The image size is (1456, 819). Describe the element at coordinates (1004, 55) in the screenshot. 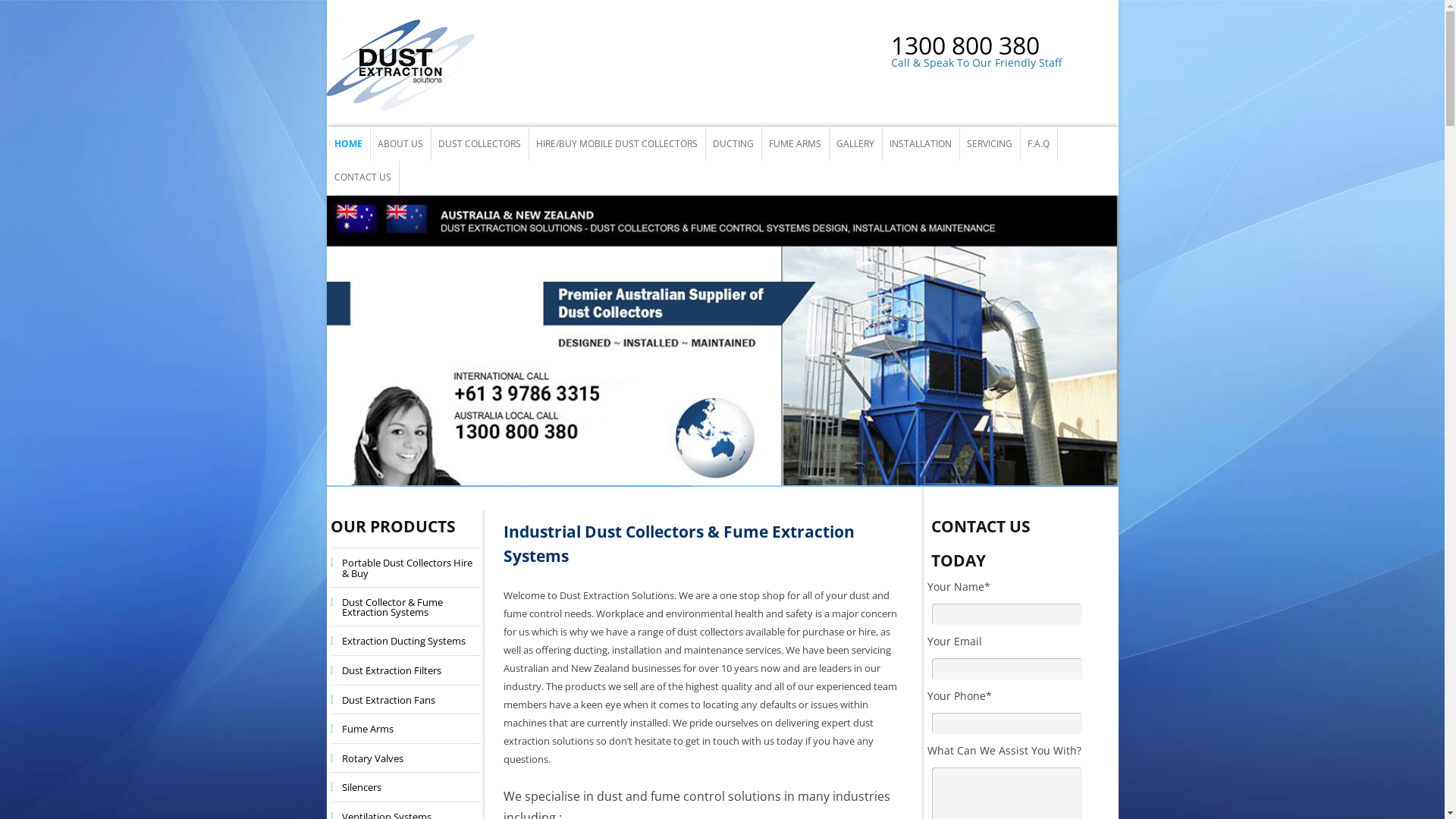

I see `'1300 800 380` at that location.